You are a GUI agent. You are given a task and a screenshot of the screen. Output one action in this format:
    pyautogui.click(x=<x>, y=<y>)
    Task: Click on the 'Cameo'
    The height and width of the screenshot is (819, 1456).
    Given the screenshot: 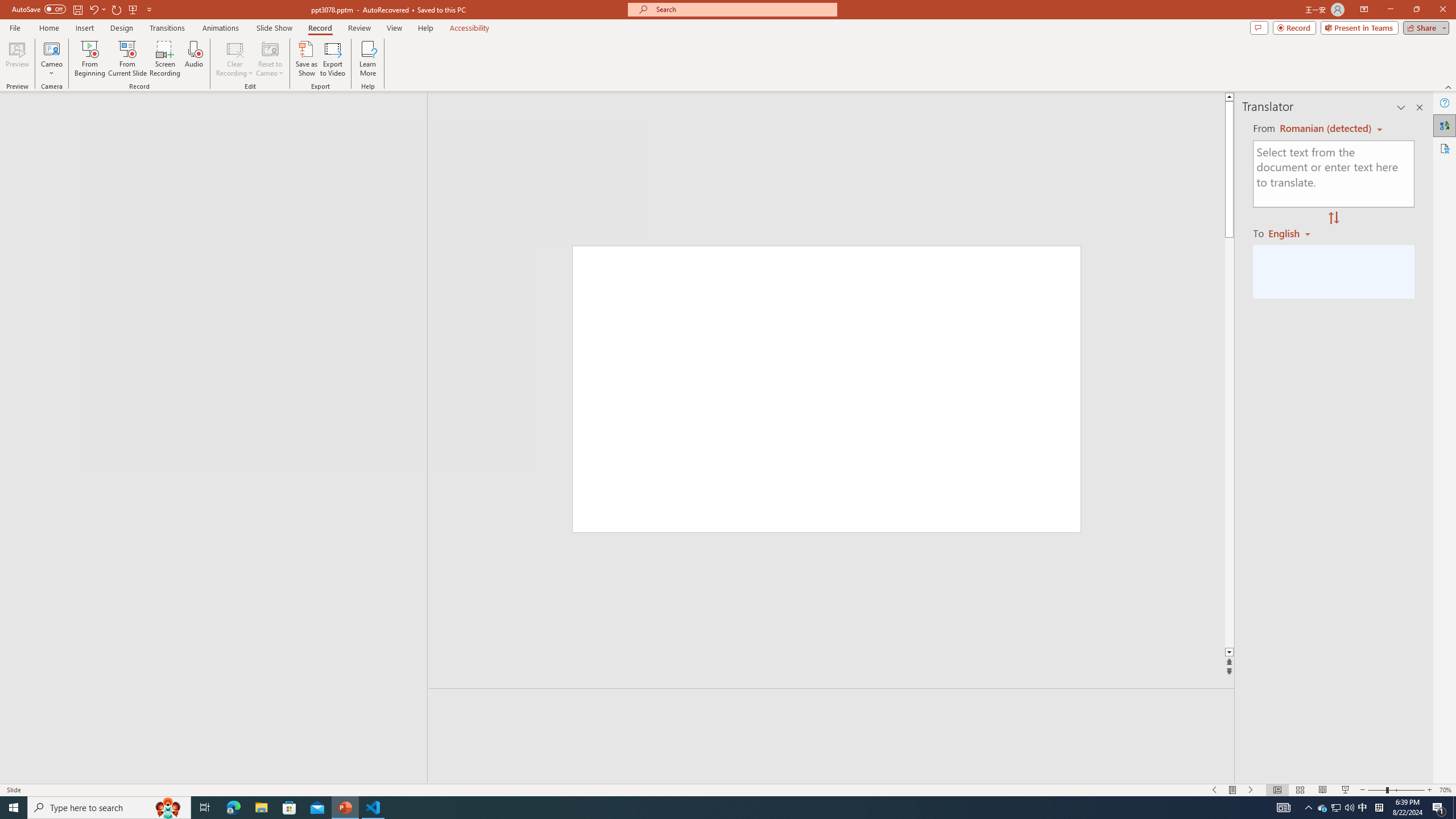 What is the action you would take?
    pyautogui.click(x=51, y=48)
    